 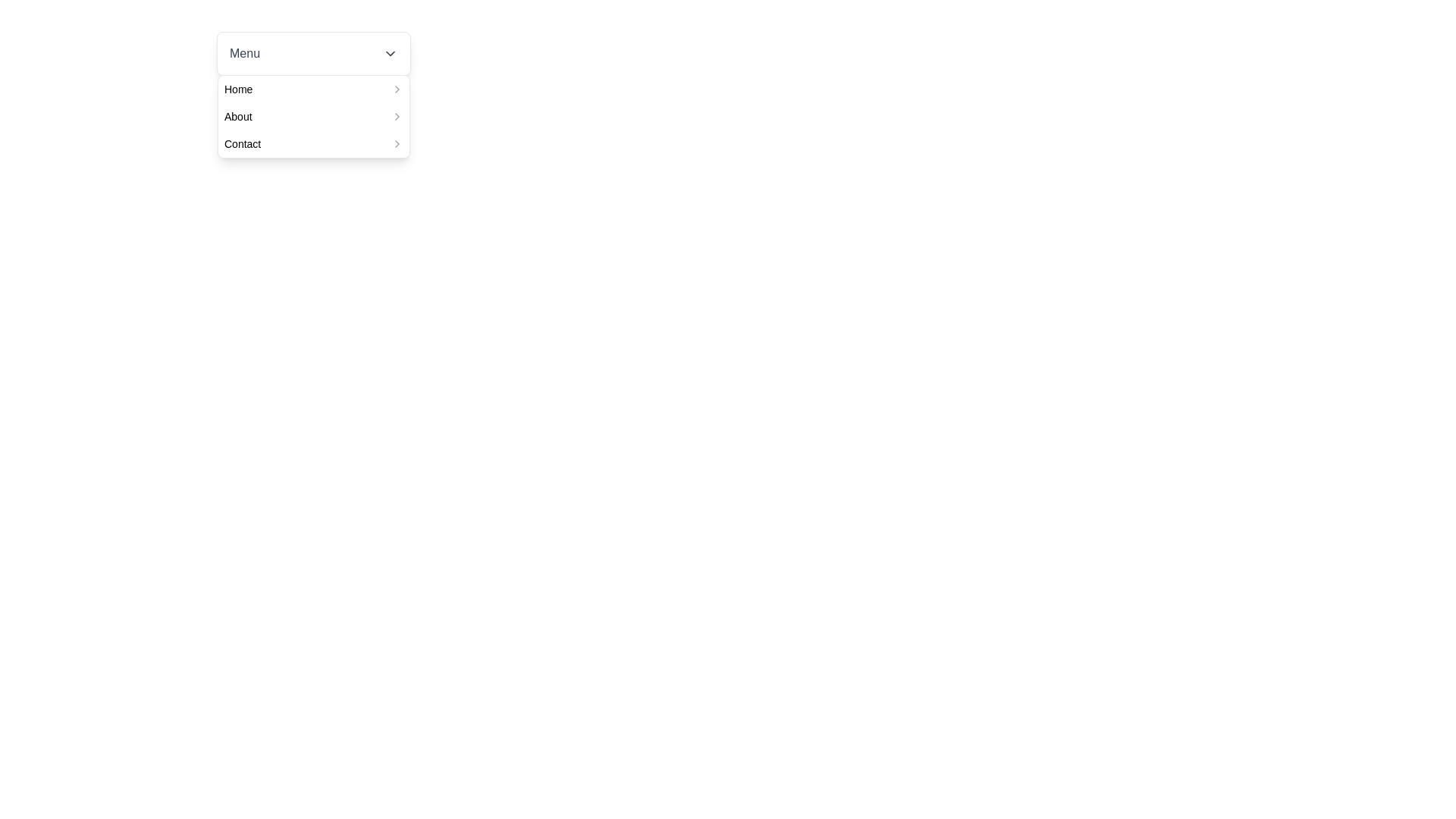 I want to click on the dropdown toggle button located at the top of the content list, so click(x=312, y=52).